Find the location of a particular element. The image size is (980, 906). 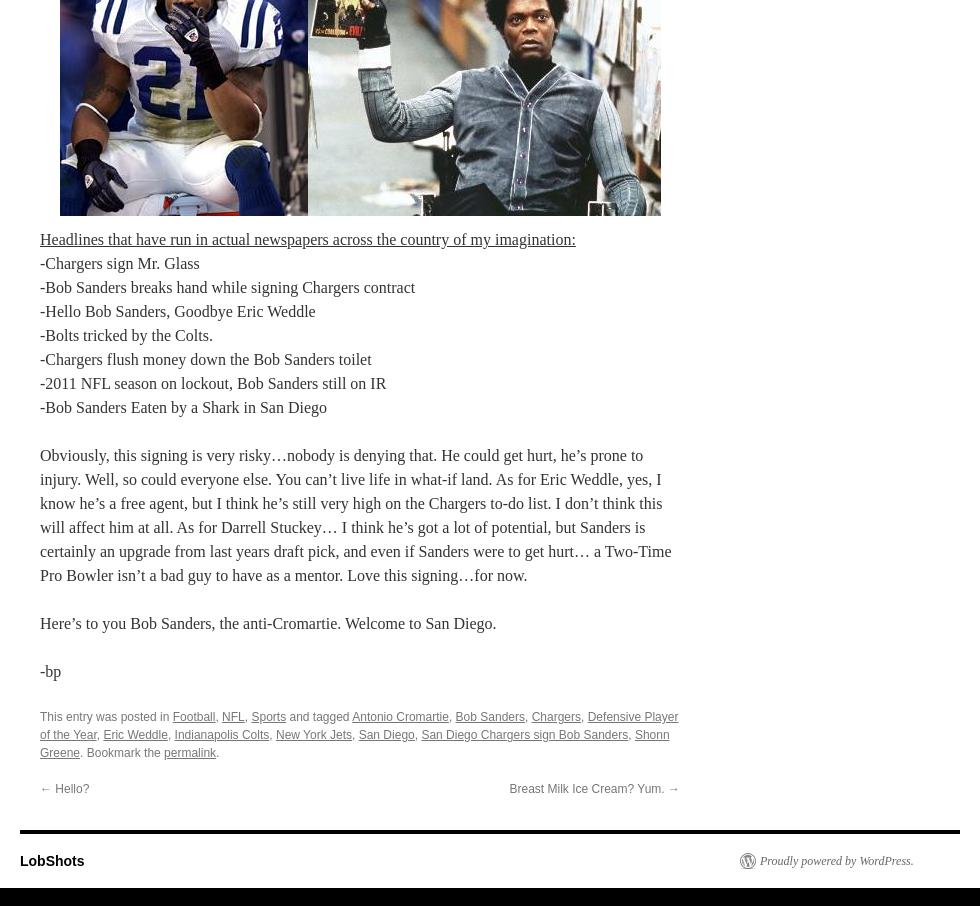

'and tagged' is located at coordinates (285, 716).